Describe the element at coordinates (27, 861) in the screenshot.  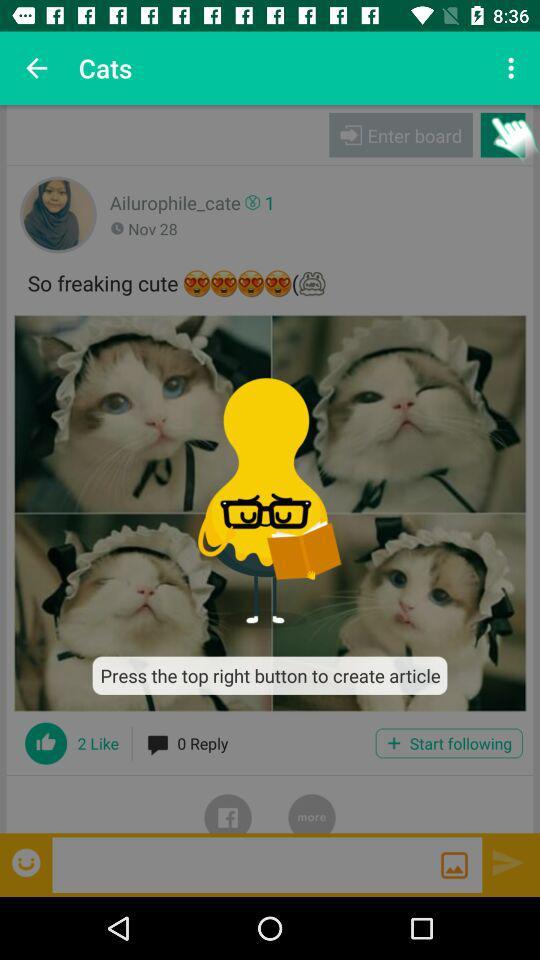
I see `emoticon page` at that location.